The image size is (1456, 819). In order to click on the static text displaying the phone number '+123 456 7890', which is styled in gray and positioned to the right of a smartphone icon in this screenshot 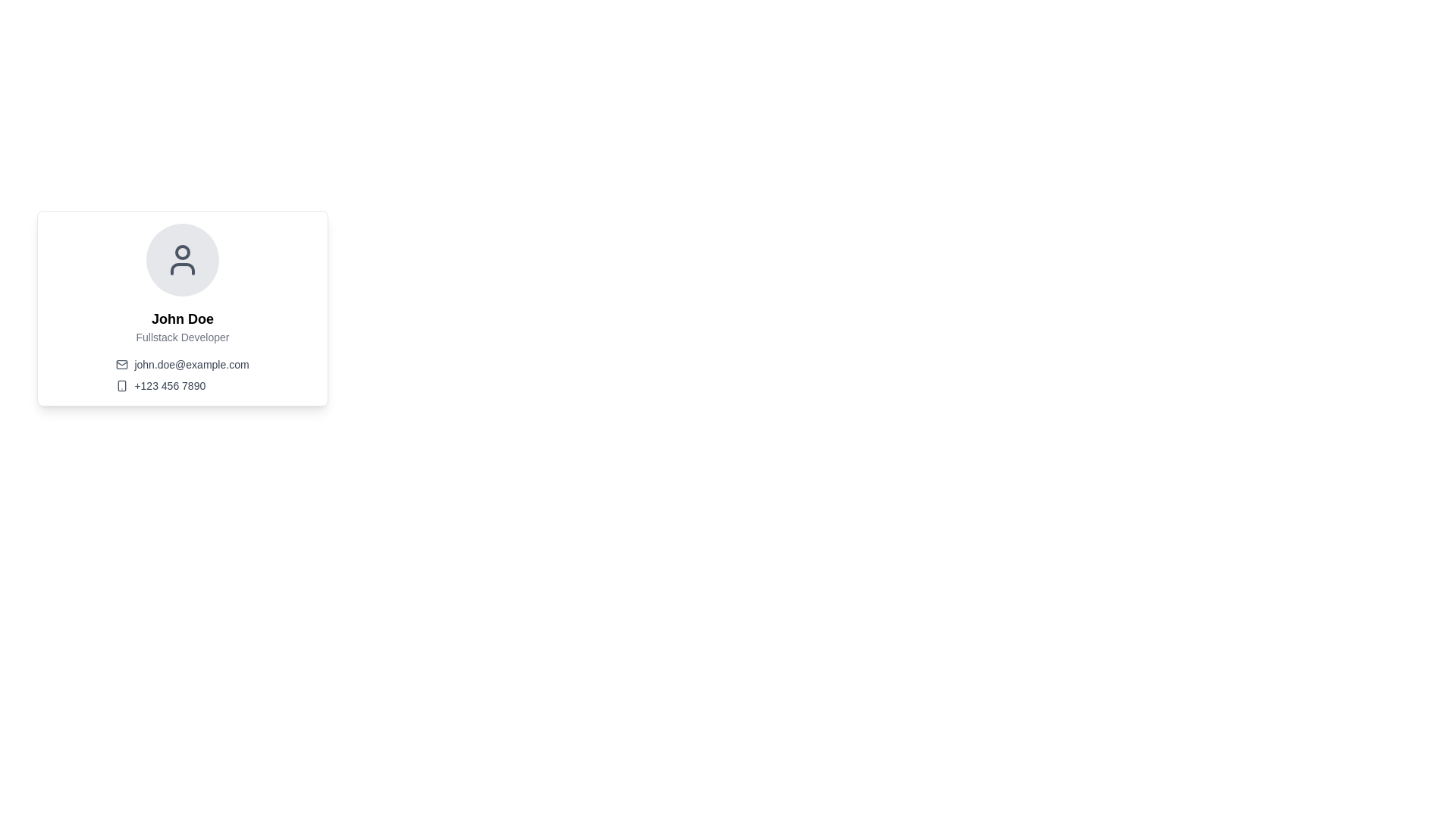, I will do `click(170, 385)`.